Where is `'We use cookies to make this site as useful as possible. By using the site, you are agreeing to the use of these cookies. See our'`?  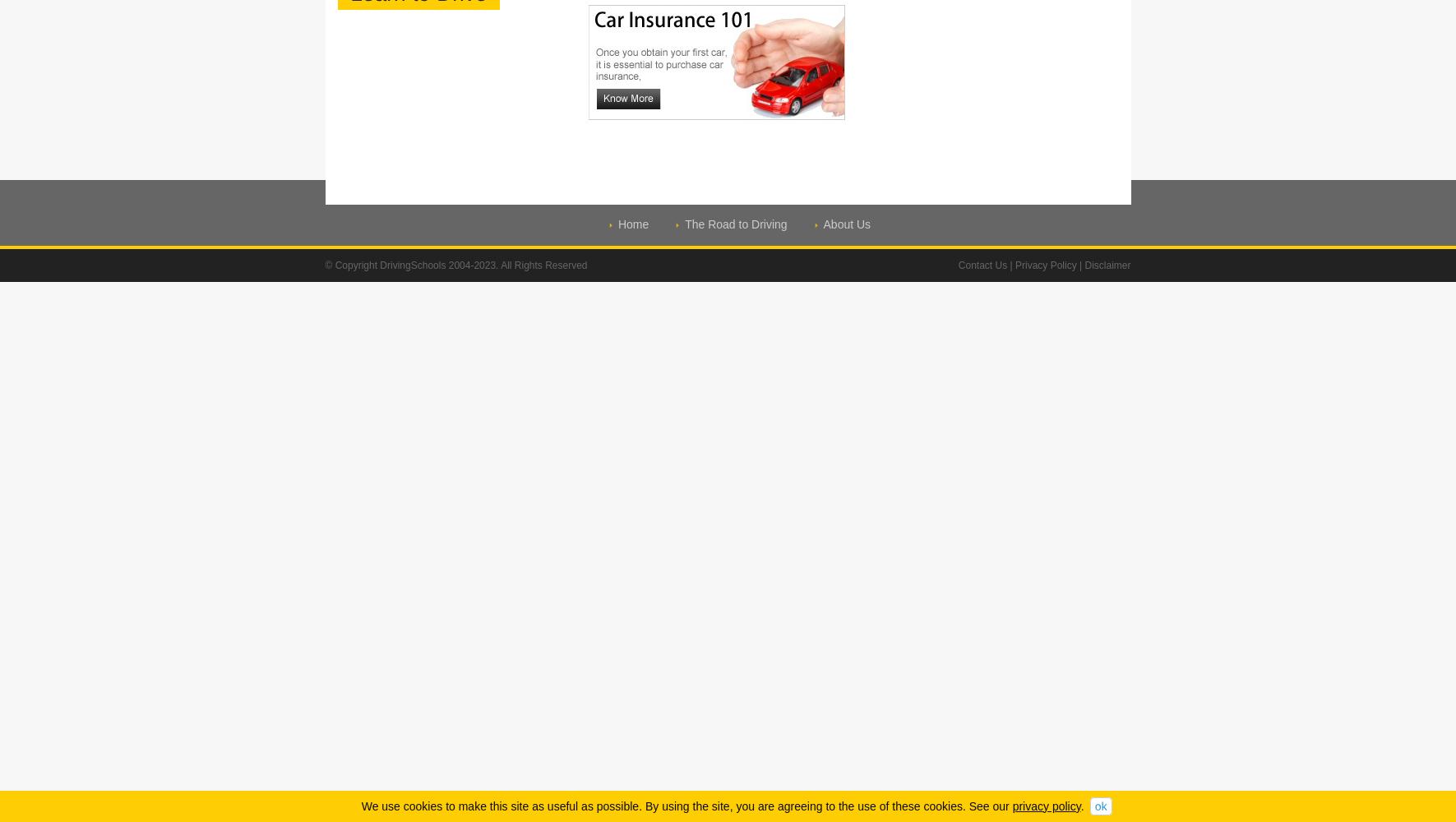
'We use cookies to make this site as useful as possible. By using the site, you are agreeing to the use of these cookies. See our' is located at coordinates (686, 805).